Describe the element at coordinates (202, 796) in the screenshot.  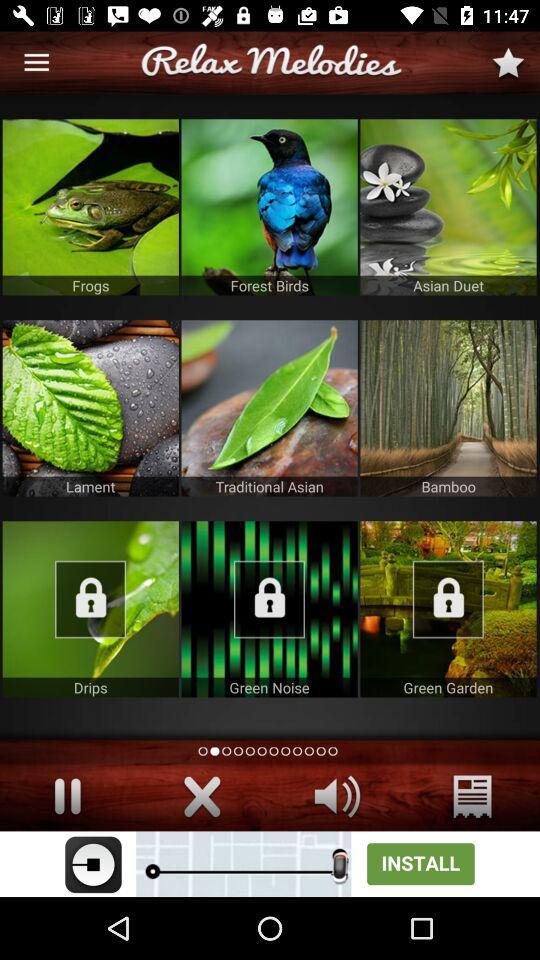
I see `closing the relax melodies` at that location.